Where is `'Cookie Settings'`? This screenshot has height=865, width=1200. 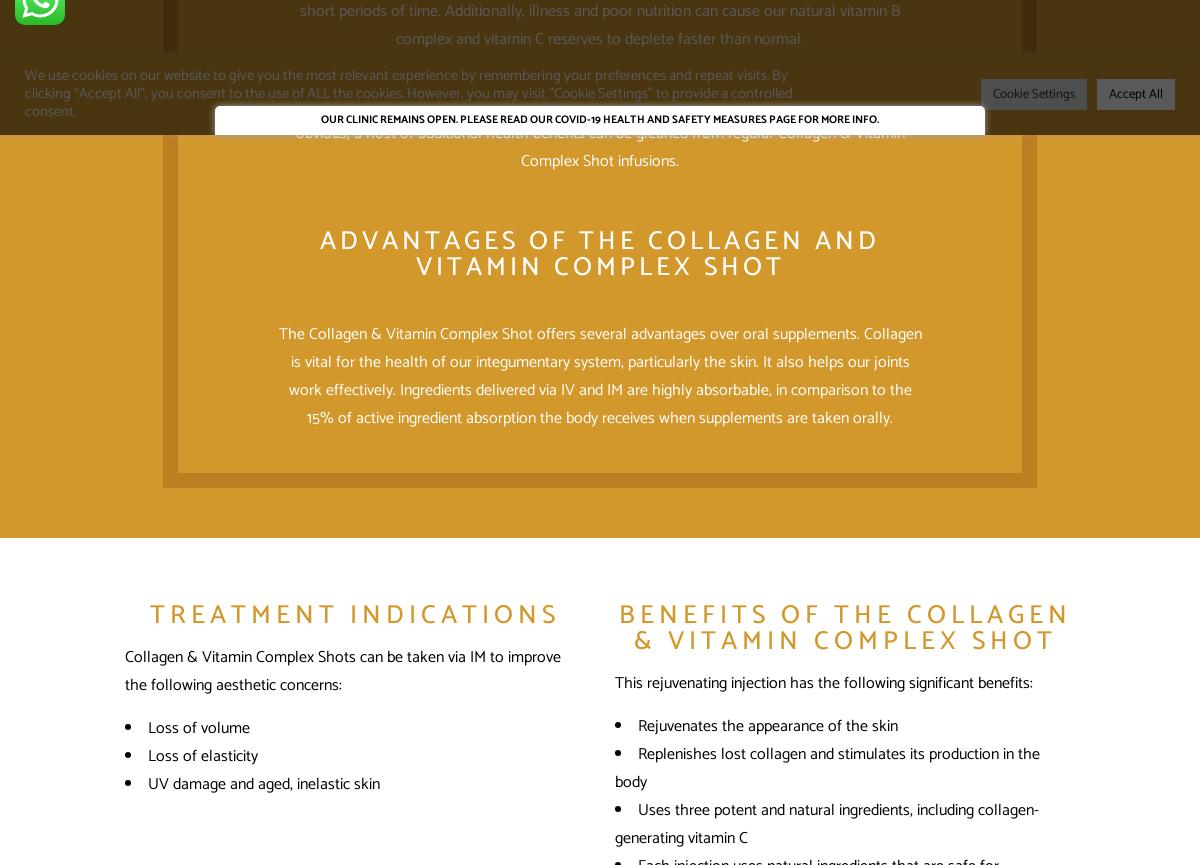
'Cookie Settings' is located at coordinates (1034, 93).